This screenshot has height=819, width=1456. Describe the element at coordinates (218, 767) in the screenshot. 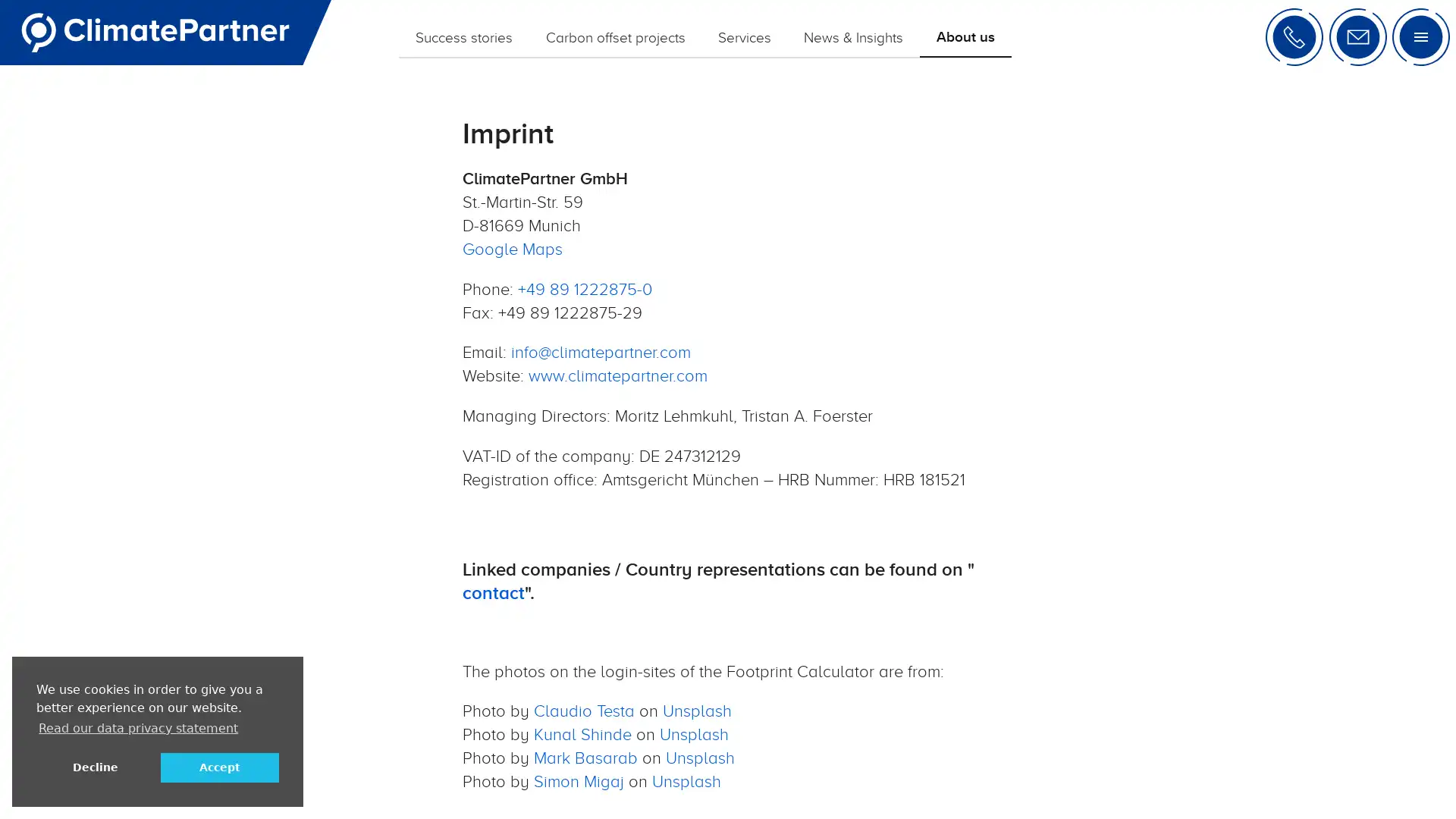

I see `allow cookies` at that location.